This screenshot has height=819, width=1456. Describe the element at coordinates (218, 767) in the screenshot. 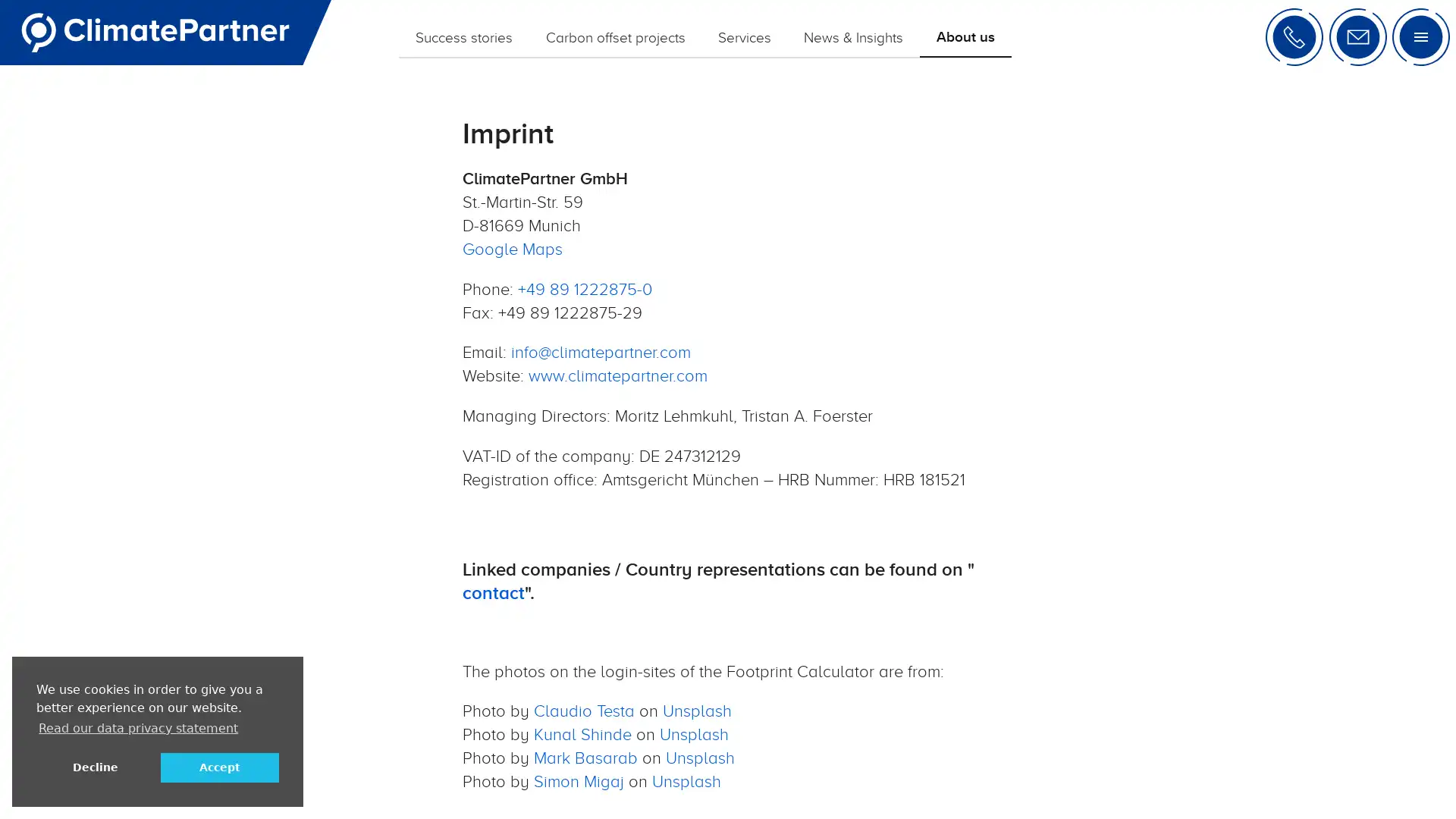

I see `allow cookies` at that location.